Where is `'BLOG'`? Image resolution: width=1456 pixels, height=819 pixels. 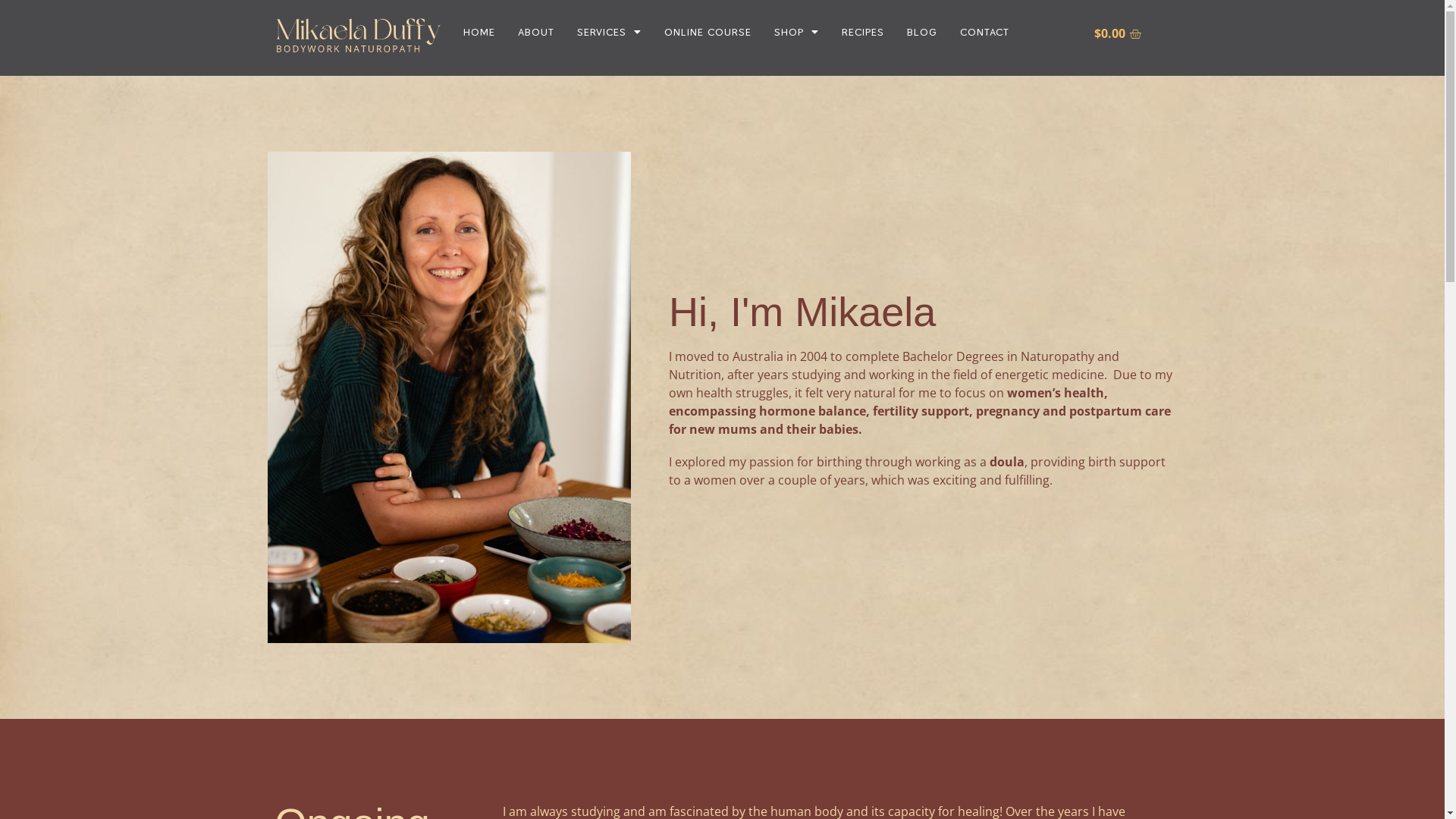
'BLOG' is located at coordinates (921, 32).